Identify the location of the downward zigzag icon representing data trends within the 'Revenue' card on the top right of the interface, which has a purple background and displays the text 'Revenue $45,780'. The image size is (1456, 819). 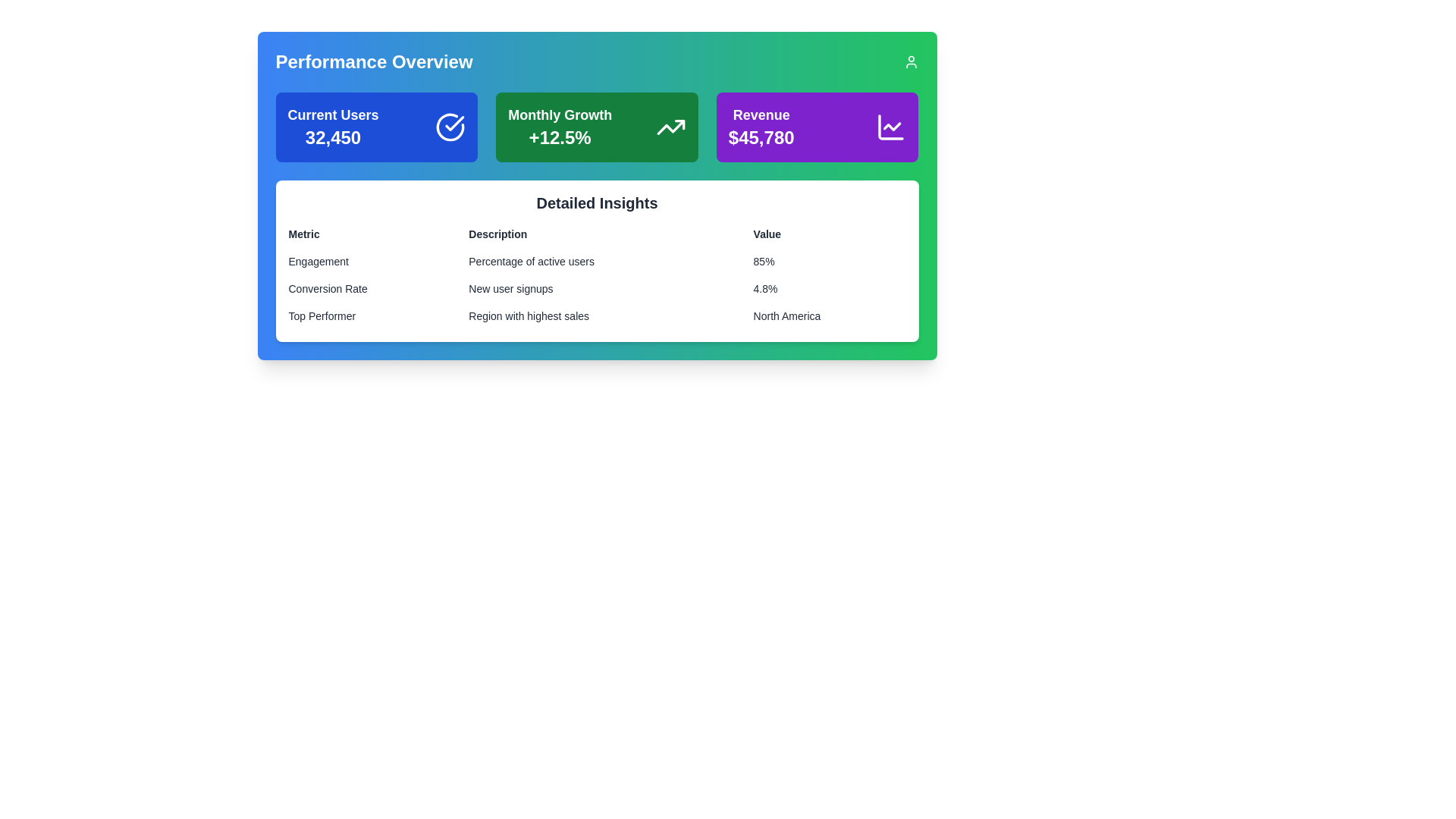
(893, 126).